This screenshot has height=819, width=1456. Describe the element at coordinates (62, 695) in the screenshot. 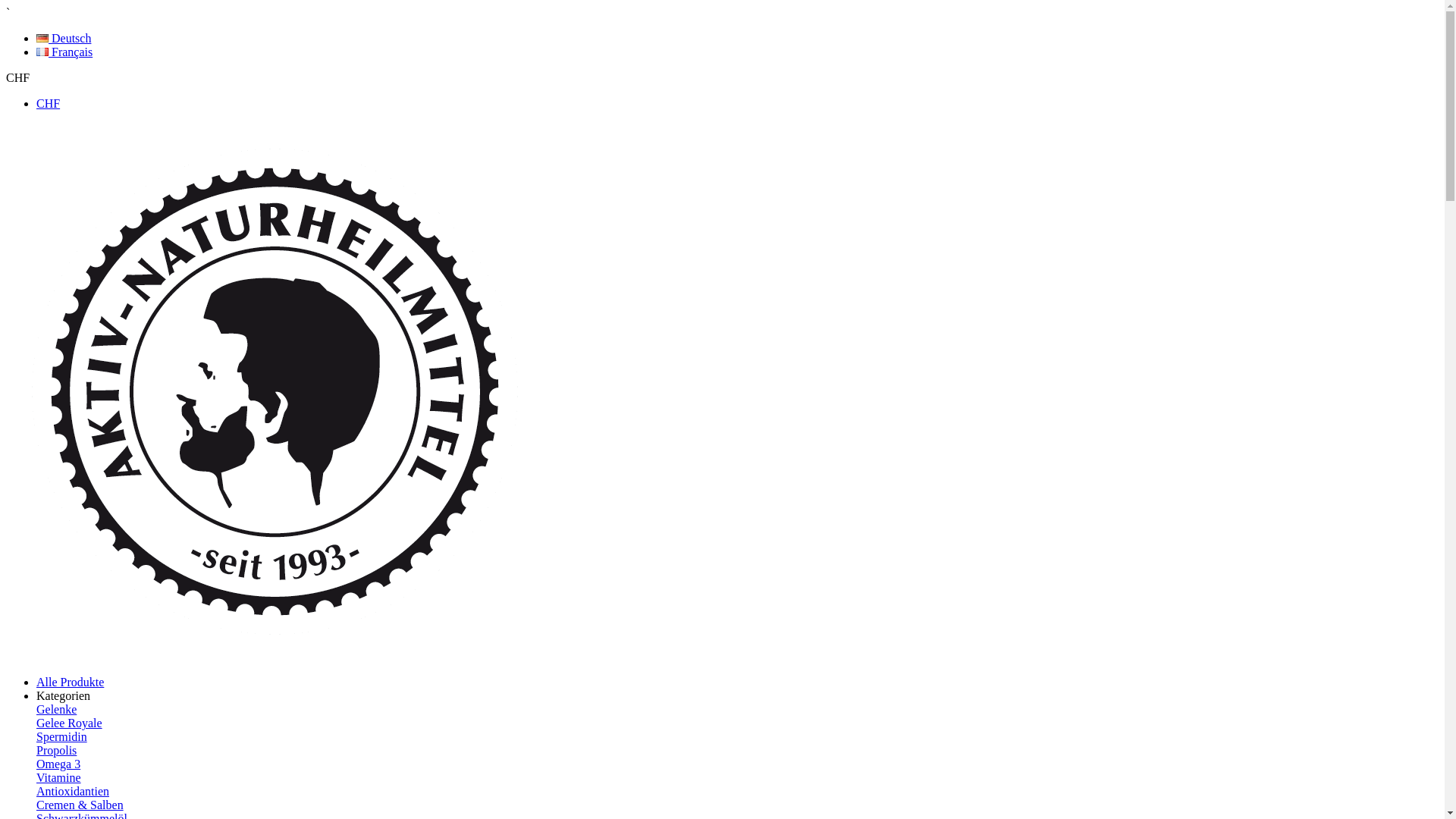

I see `'Kategorien'` at that location.